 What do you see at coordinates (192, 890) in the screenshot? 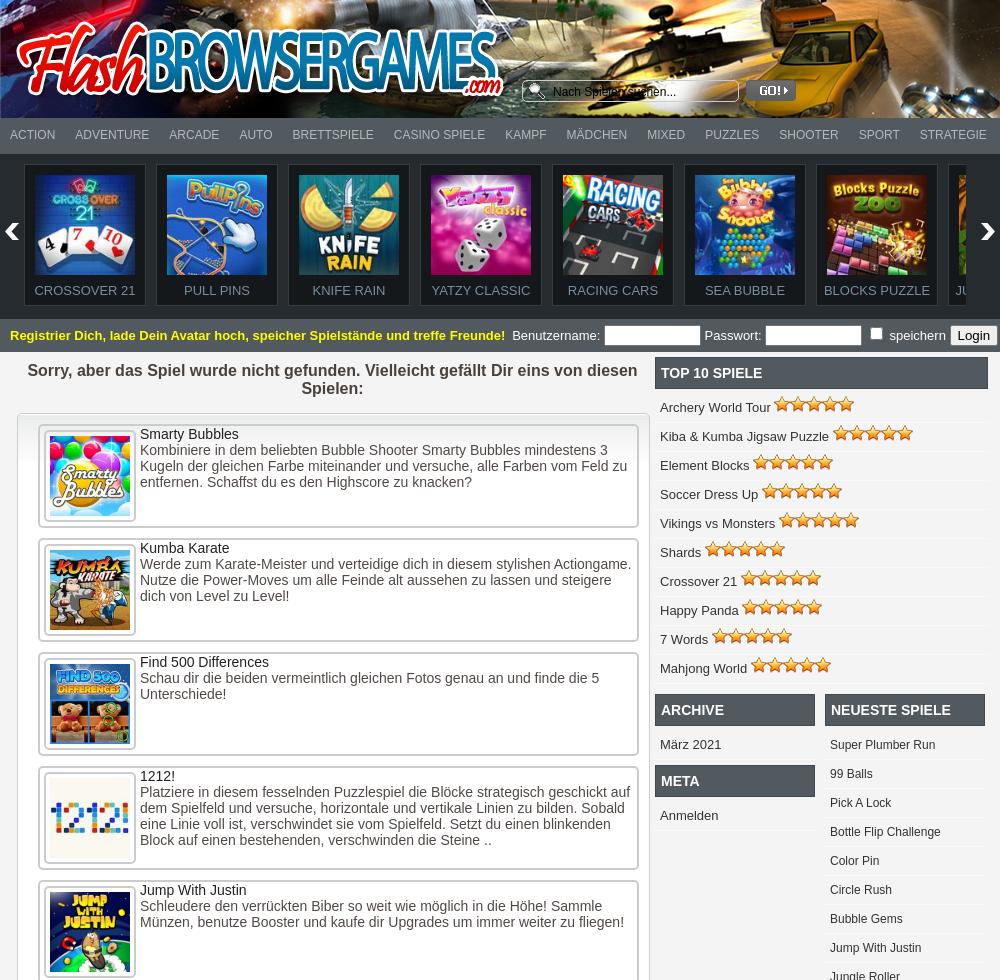
I see `'Jump With Justin'` at bounding box center [192, 890].